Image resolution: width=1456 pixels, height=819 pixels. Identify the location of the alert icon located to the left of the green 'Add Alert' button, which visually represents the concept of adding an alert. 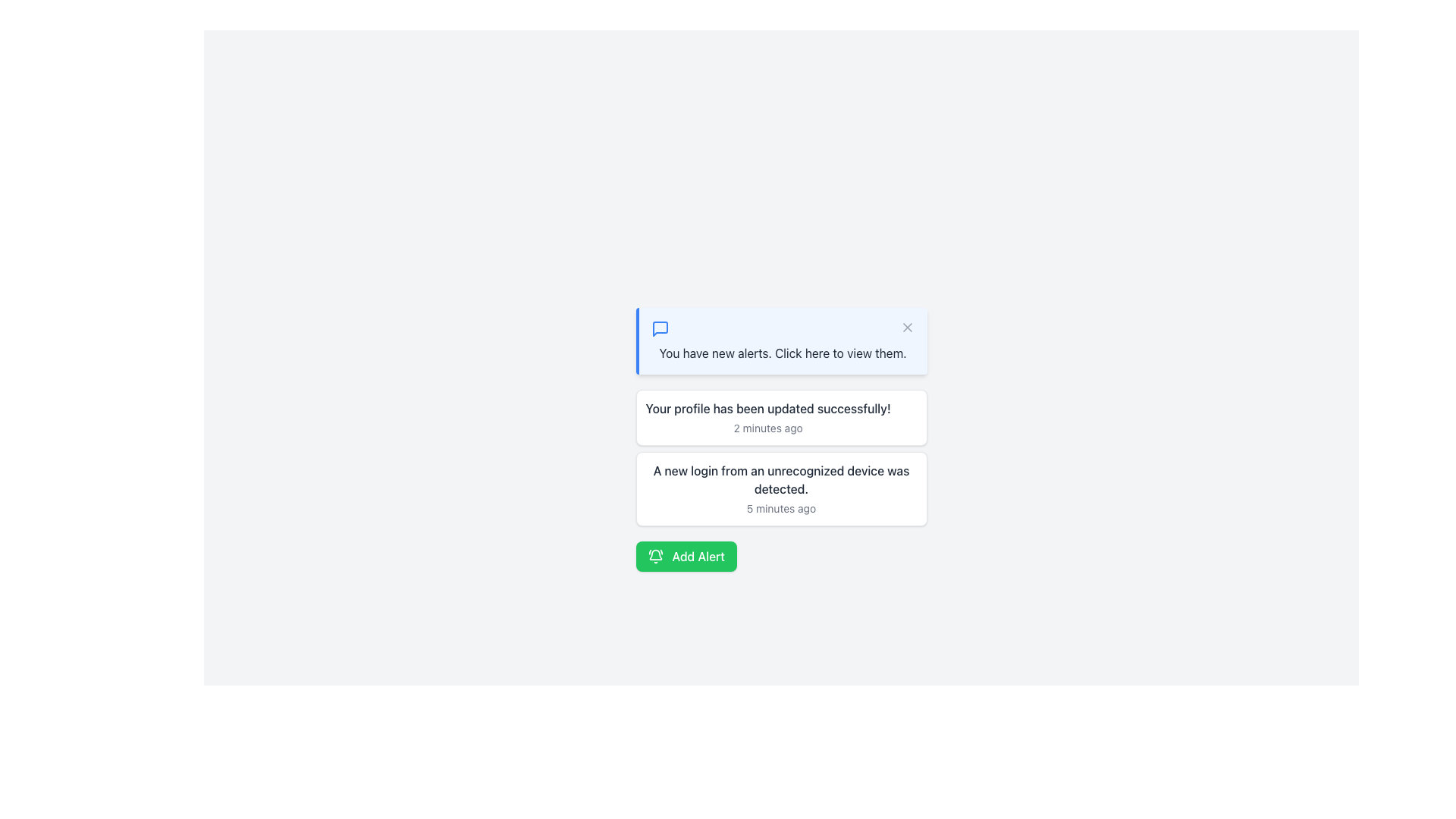
(655, 556).